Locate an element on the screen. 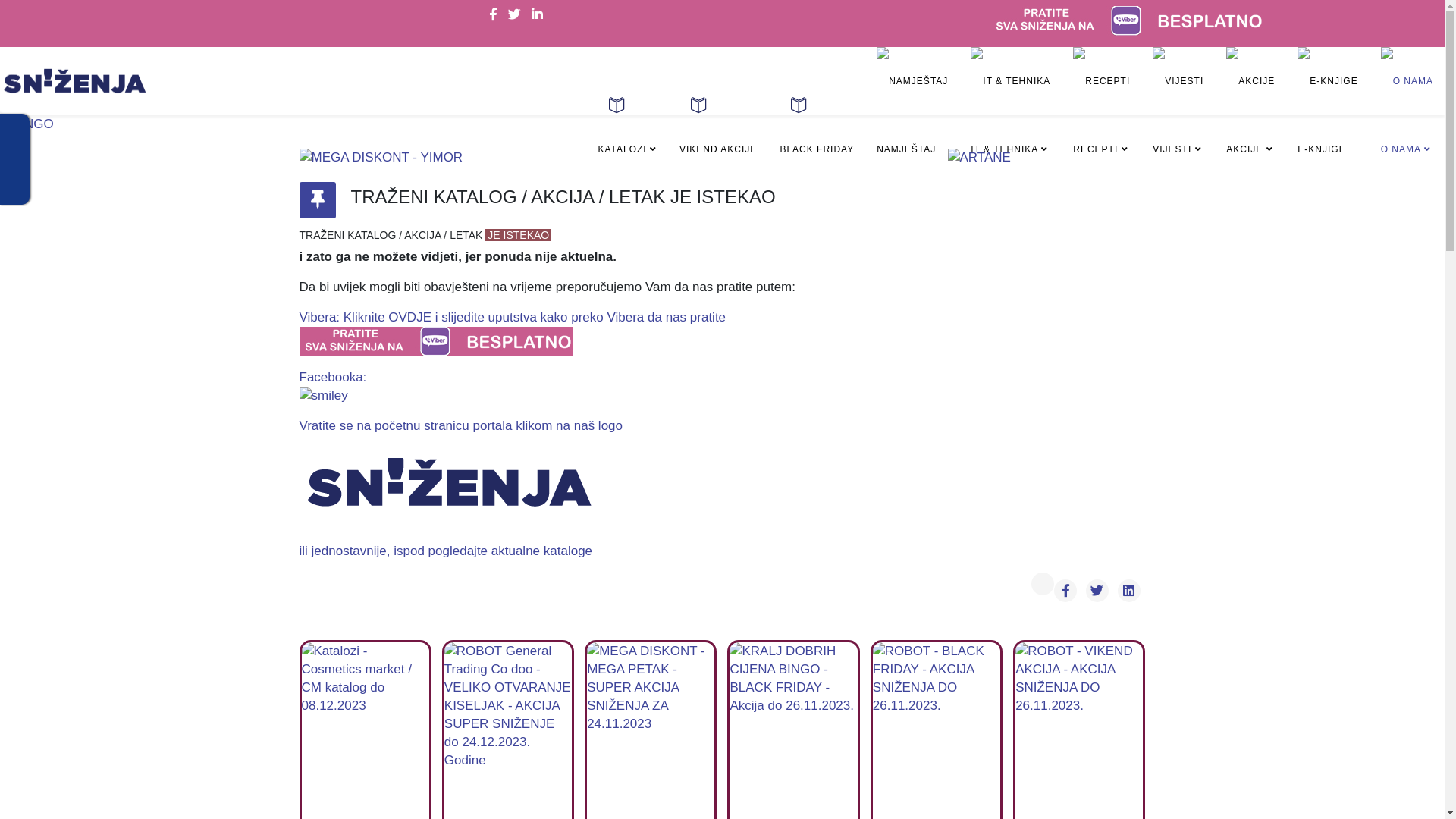  'KATALOZI' is located at coordinates (626, 138).